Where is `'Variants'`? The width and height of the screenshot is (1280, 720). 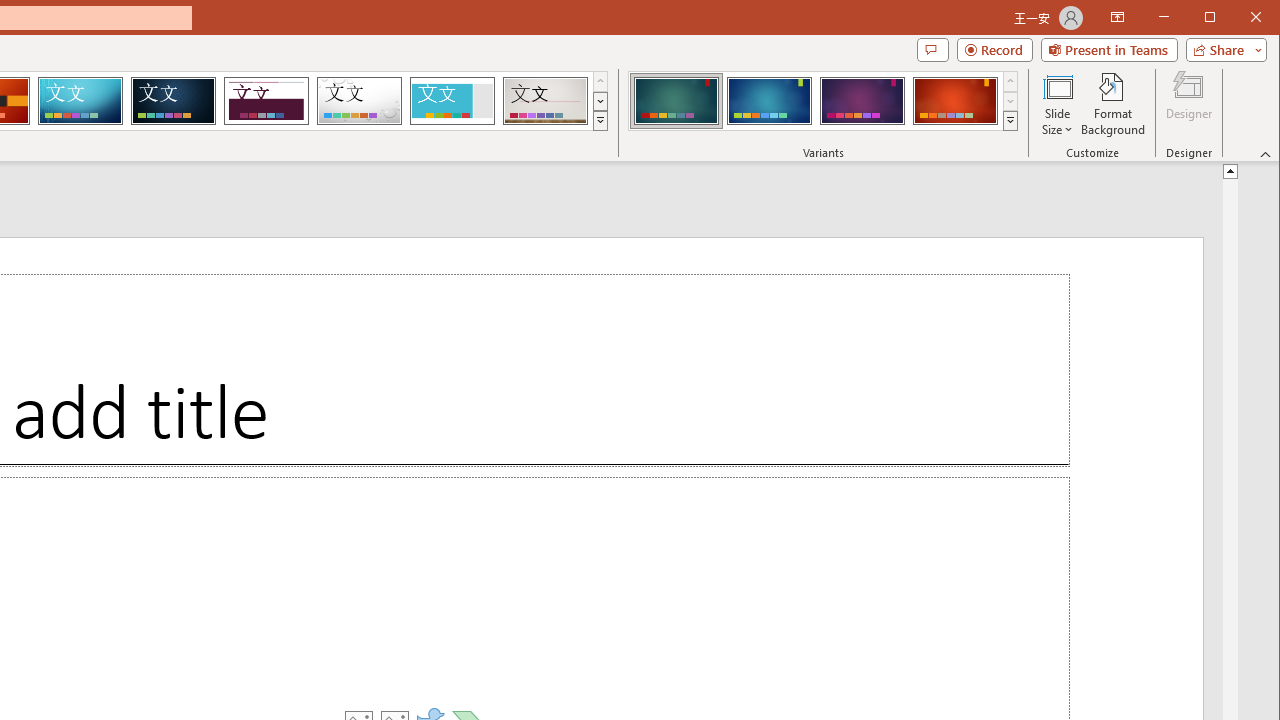 'Variants' is located at coordinates (1010, 120).